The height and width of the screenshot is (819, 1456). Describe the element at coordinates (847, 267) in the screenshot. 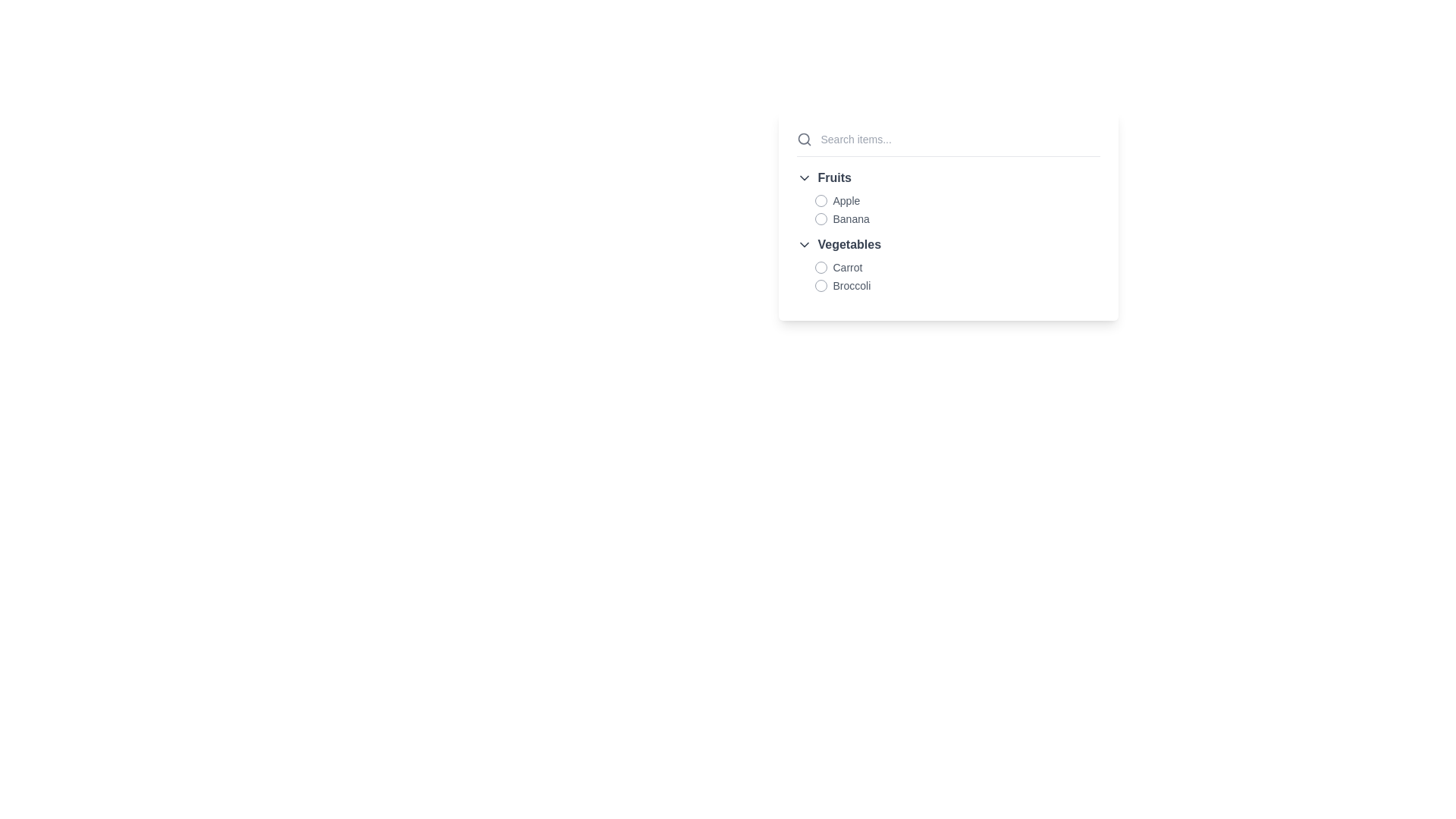

I see `text label that serves as the first selectable option under the 'Vegetables' category, positioned above 'Broccoli.'` at that location.